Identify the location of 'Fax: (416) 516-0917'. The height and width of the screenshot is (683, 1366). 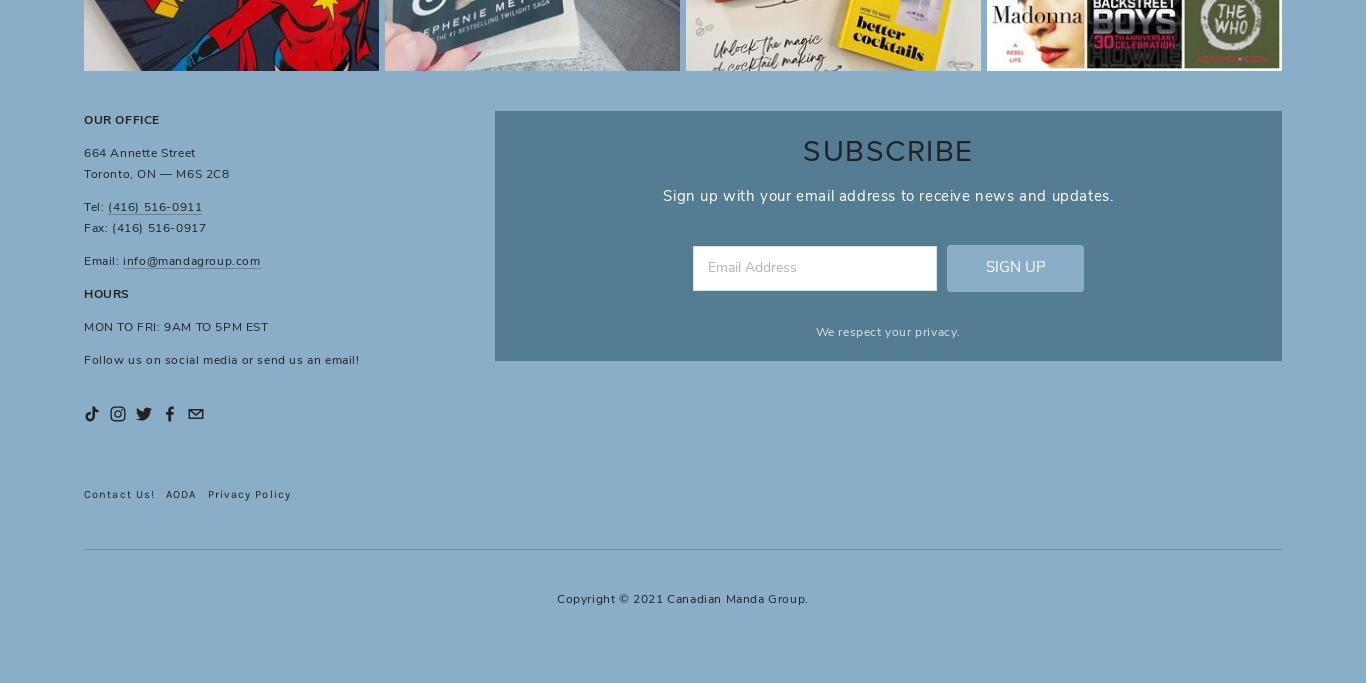
(143, 227).